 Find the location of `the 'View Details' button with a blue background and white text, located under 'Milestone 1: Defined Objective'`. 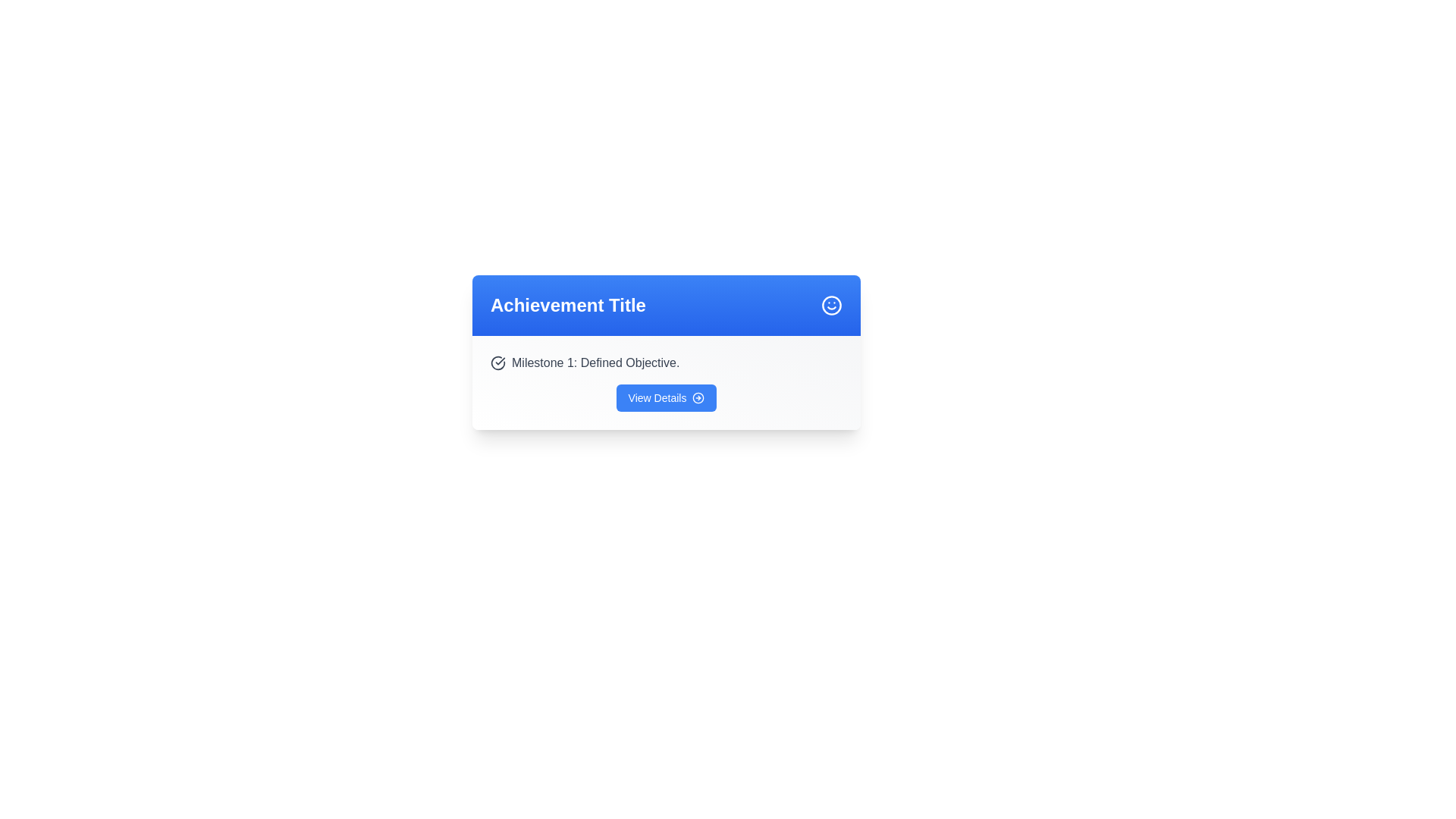

the 'View Details' button with a blue background and white text, located under 'Milestone 1: Defined Objective' is located at coordinates (666, 397).